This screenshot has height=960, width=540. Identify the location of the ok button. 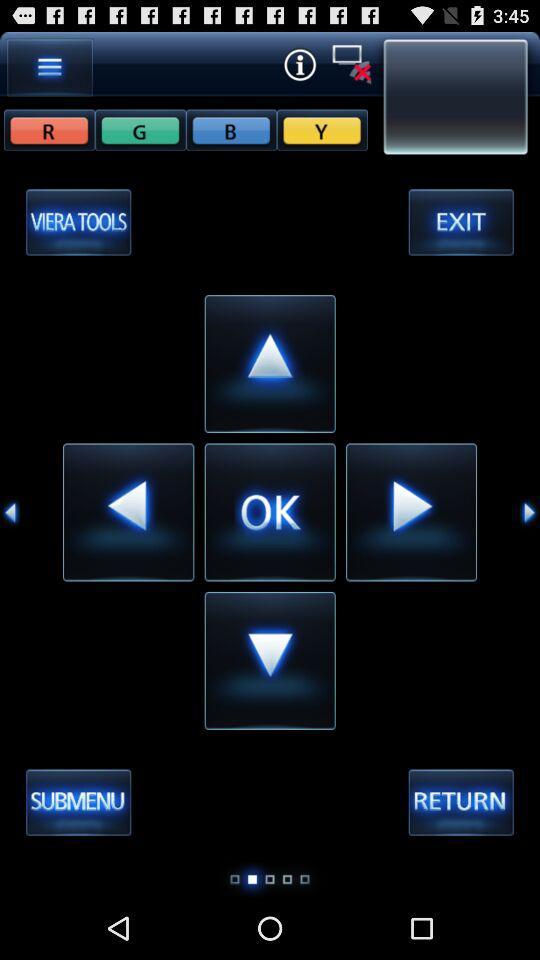
(270, 510).